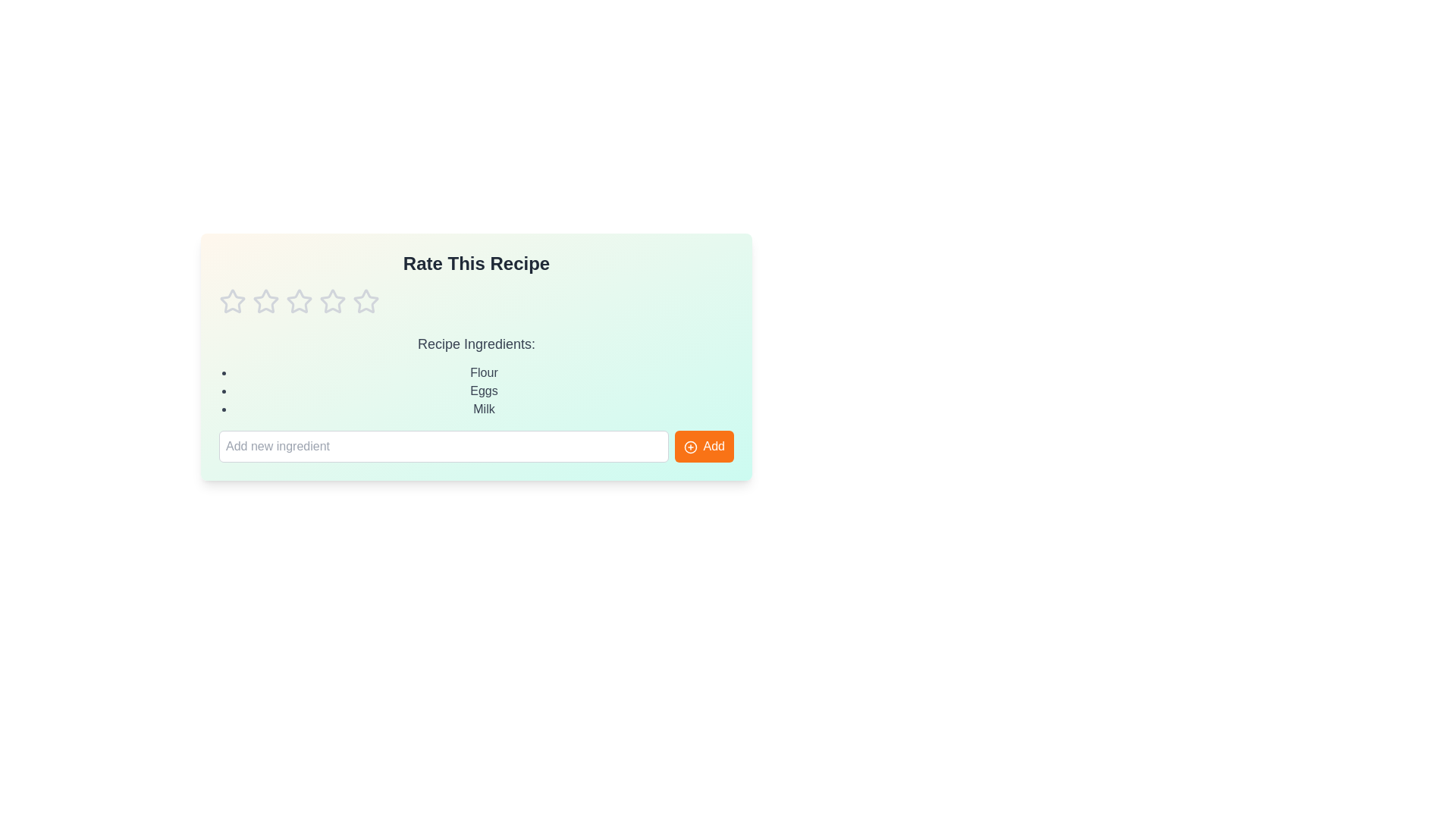 The image size is (1456, 819). What do you see at coordinates (703, 446) in the screenshot?
I see `the 'Add' button to add the entered ingredient to the list` at bounding box center [703, 446].